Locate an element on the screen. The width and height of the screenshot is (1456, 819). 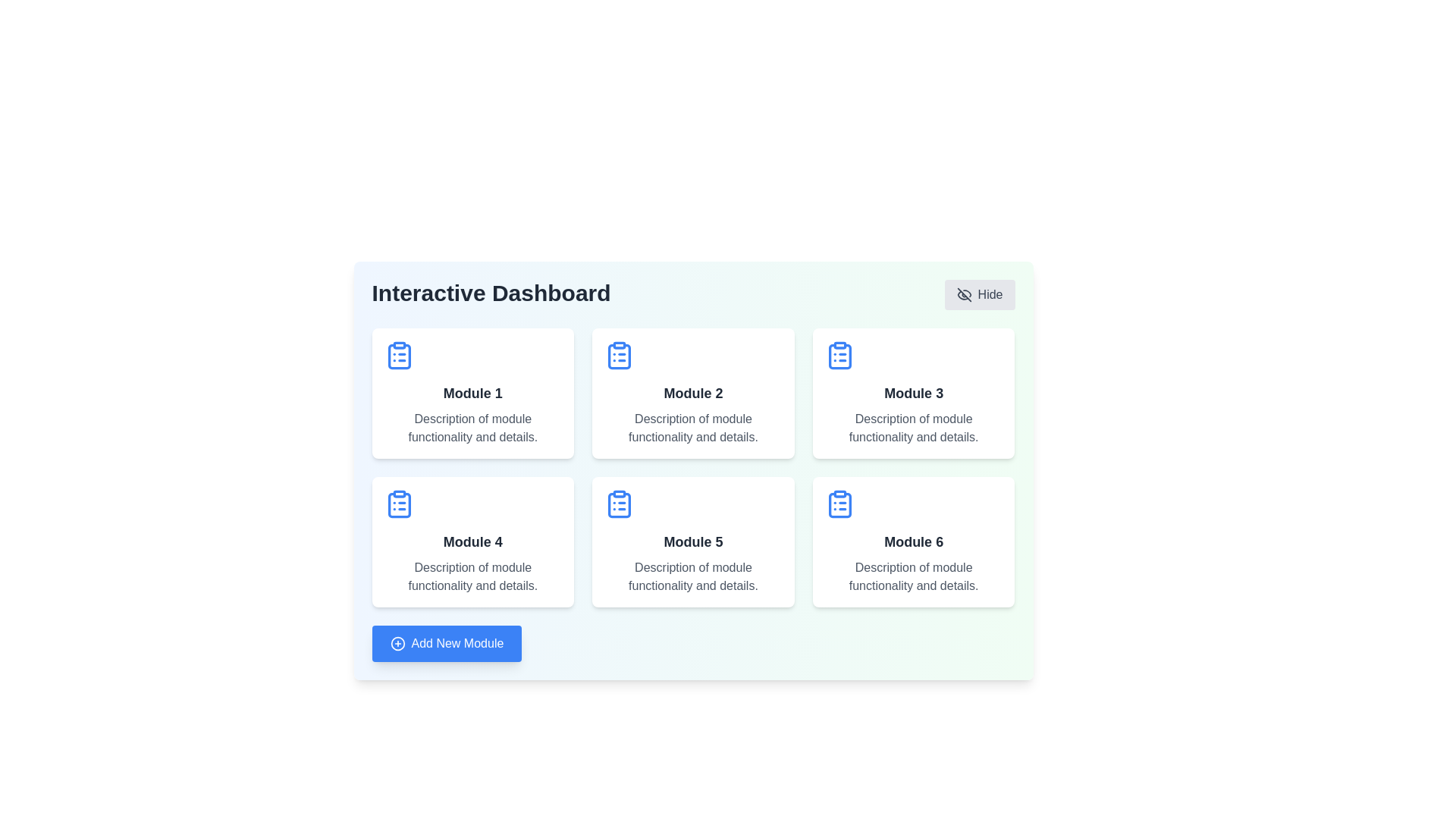
the decorative icon within the 'Add New Module' button for keyboard navigation is located at coordinates (397, 643).